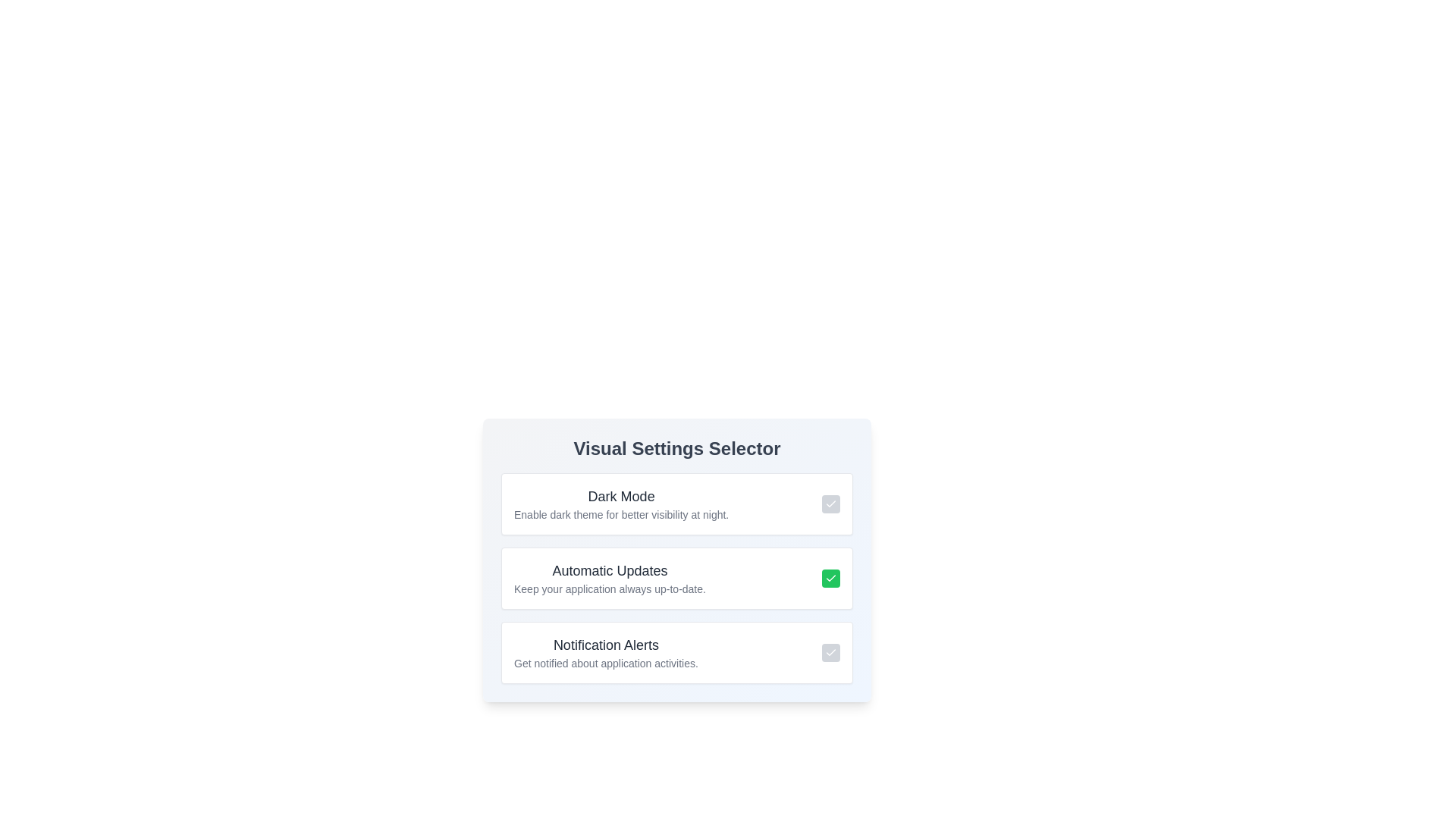  Describe the element at coordinates (830, 579) in the screenshot. I see `the Check Icon indicating the enabled state of the 'Automatic Updates' setting, which is integrated within a small green square button located to the right of the 'Automatic Updates' label` at that location.